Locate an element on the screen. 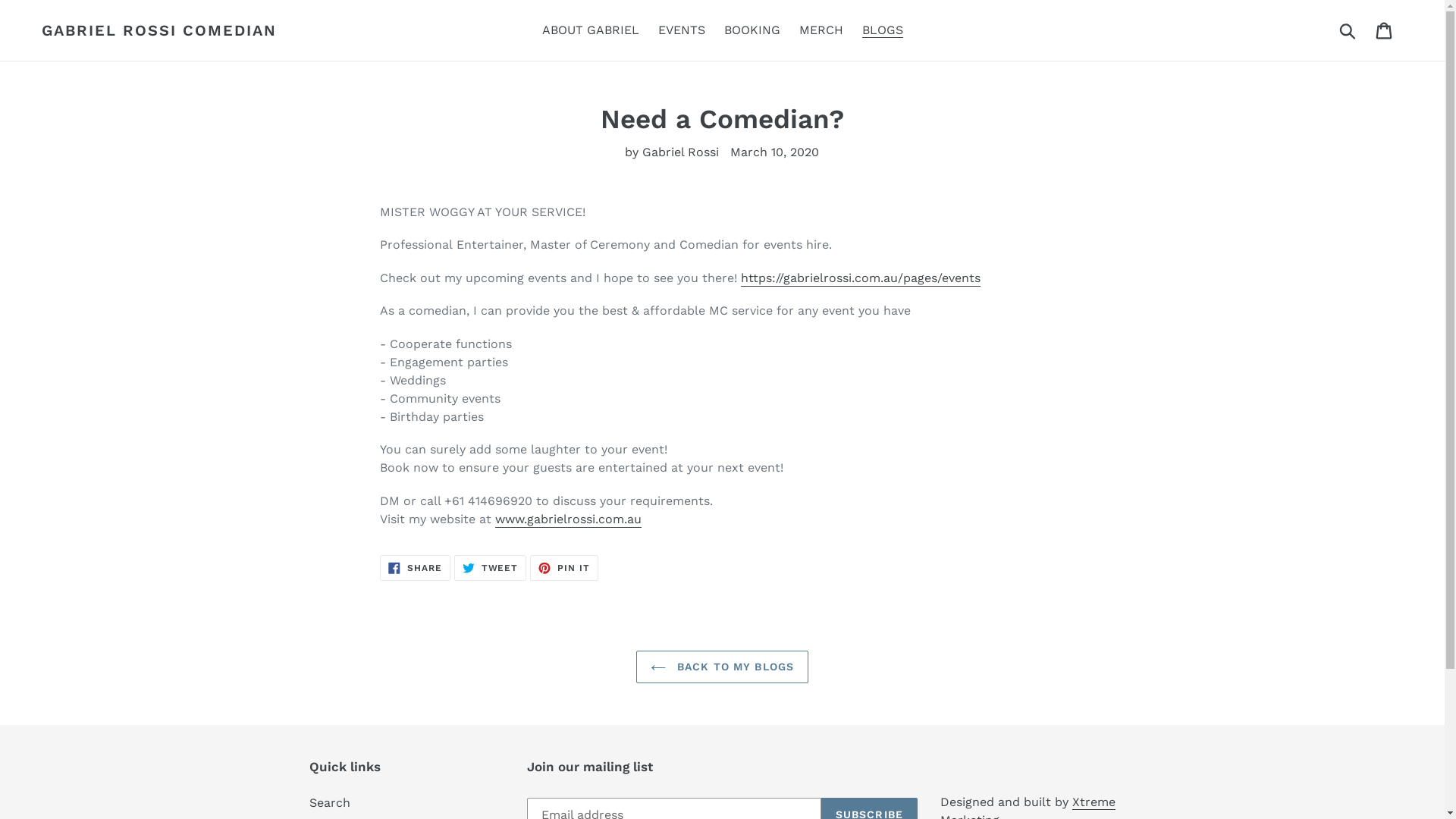  'GABRIEL ROSSI COMEDIAN' is located at coordinates (159, 30).